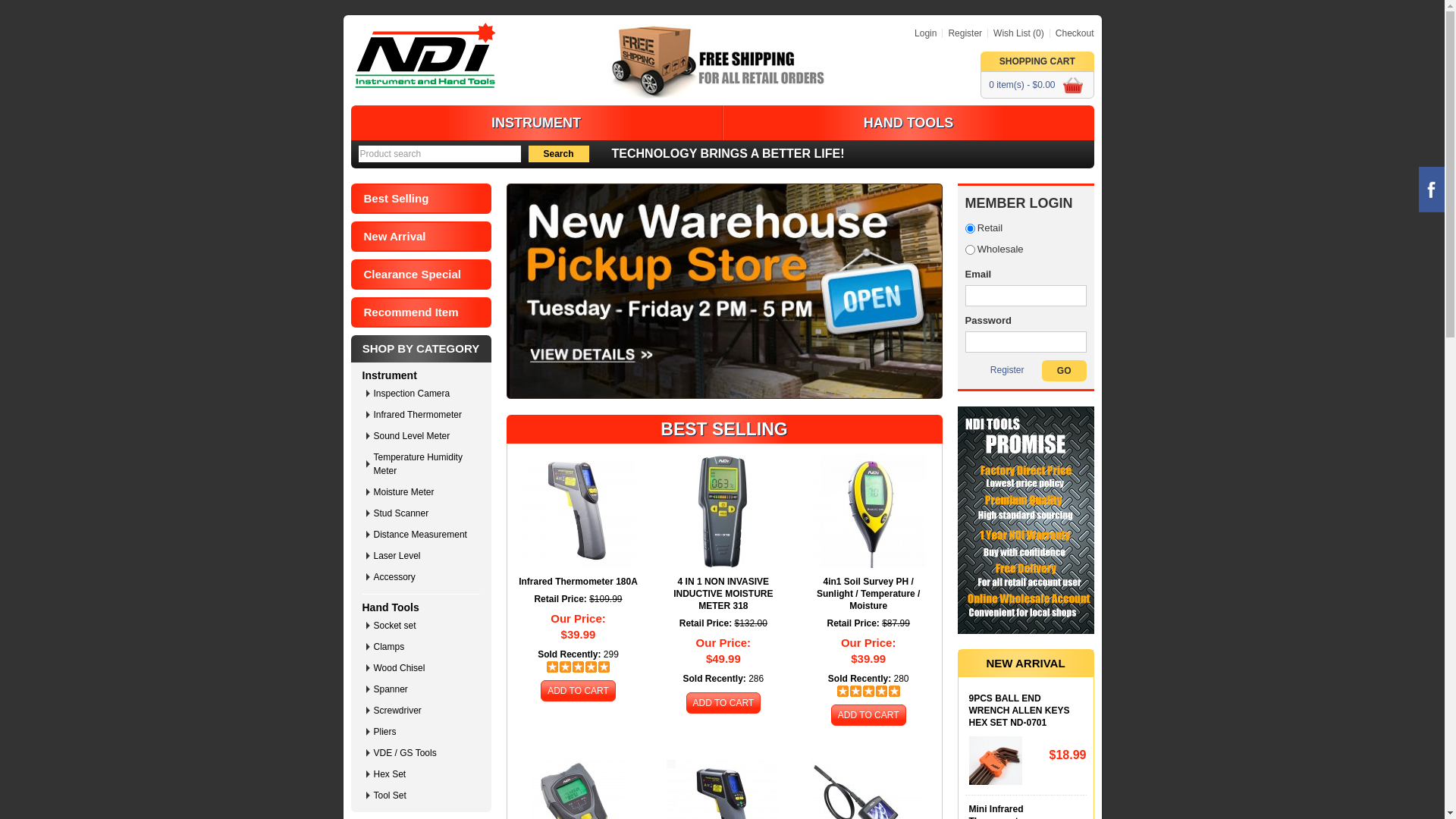  What do you see at coordinates (424, 513) in the screenshot?
I see `'Stud Scanner'` at bounding box center [424, 513].